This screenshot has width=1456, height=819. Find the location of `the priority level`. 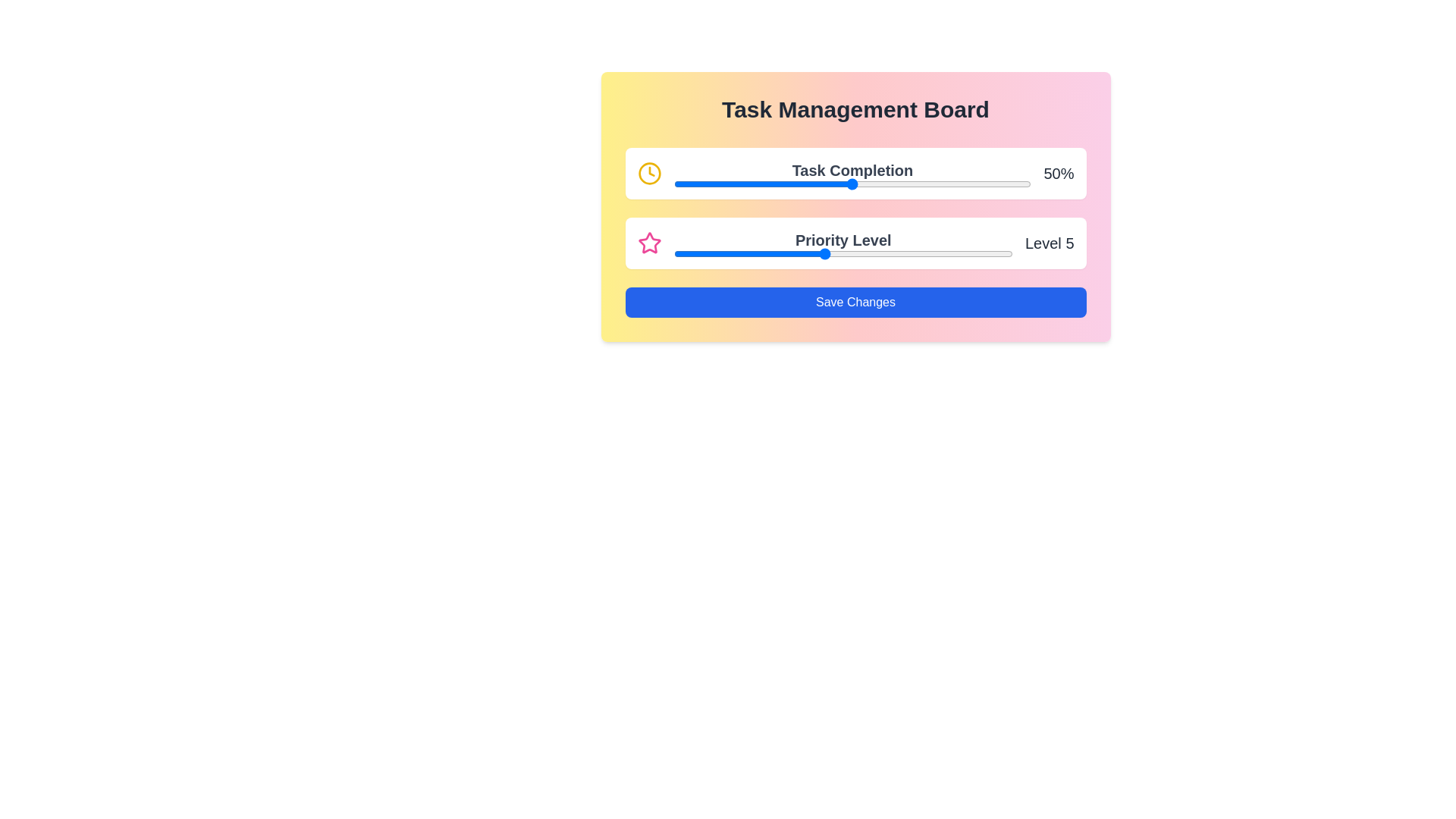

the priority level is located at coordinates (711, 253).